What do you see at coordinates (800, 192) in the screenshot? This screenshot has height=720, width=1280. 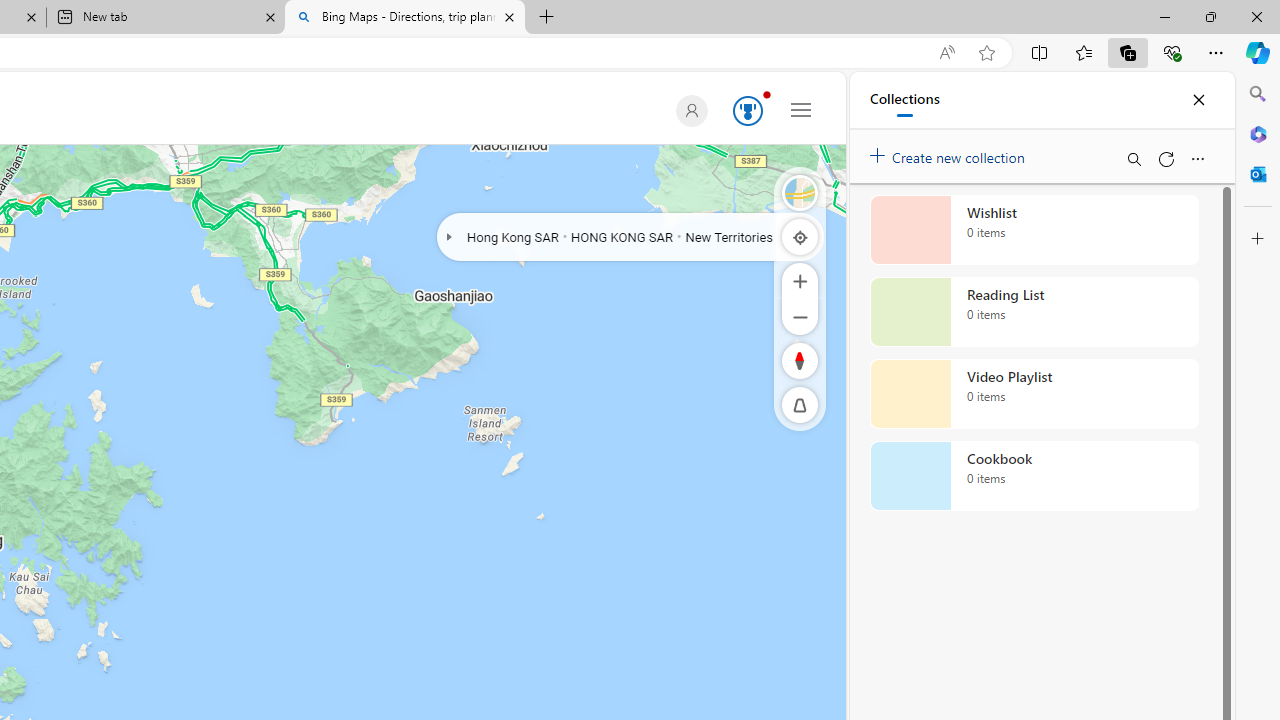 I see `'Bird'` at bounding box center [800, 192].